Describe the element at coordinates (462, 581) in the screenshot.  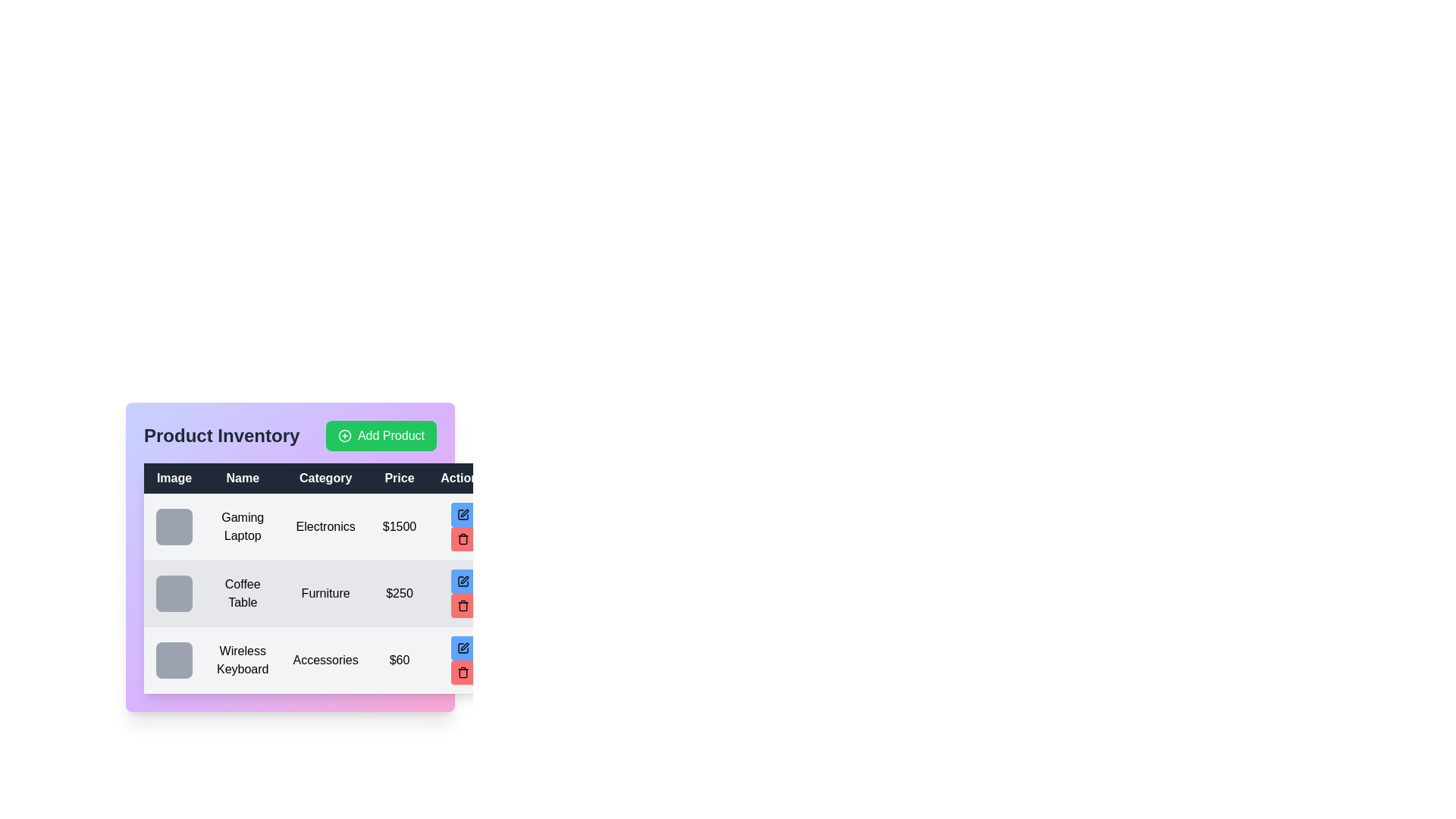
I see `the blue outline icon button depicting a square with a pen overlay to initiate the edit action for the product 'Coffee Table'` at that location.